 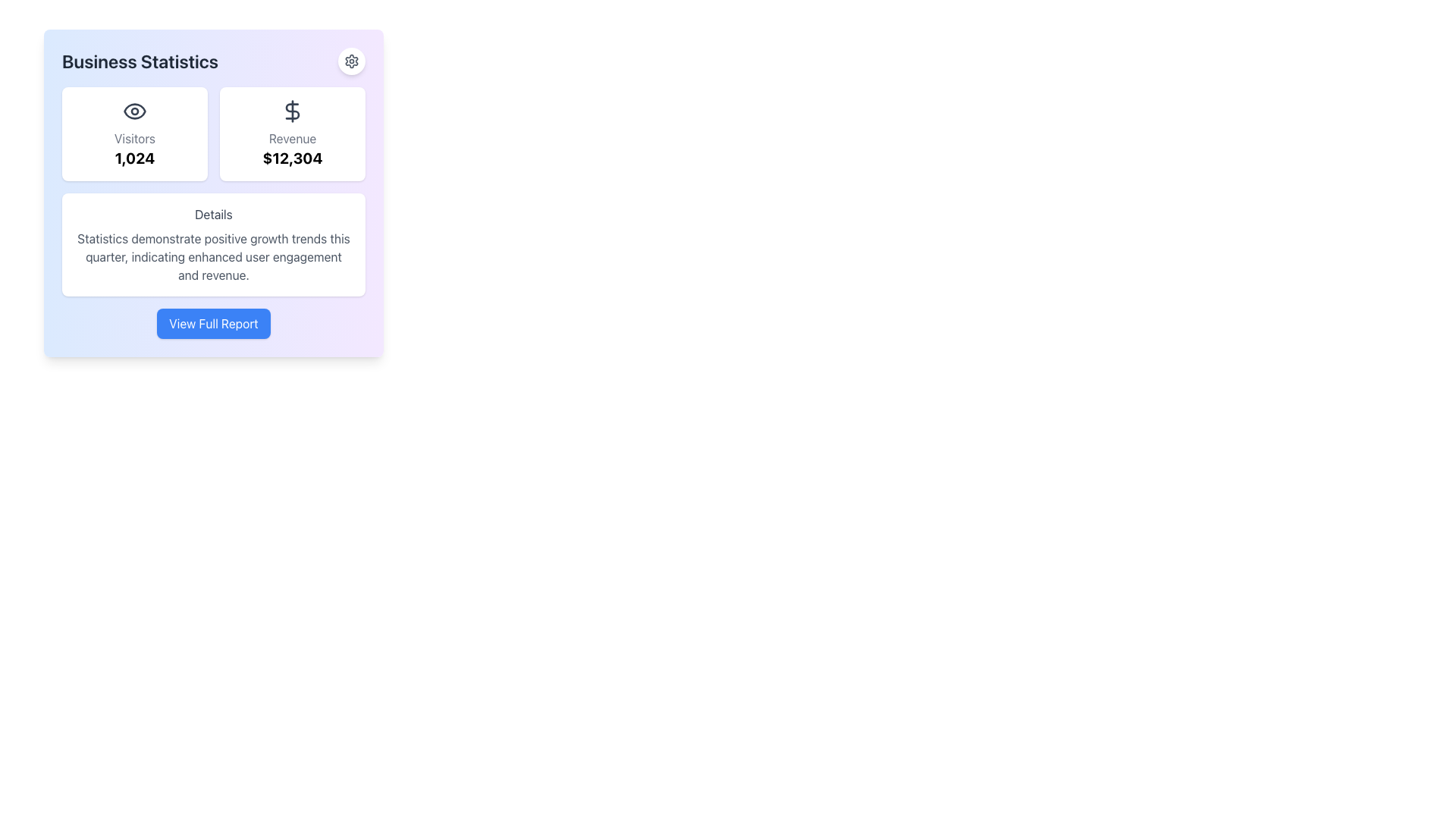 I want to click on the second static information display card in the 'Business Statistics' section that shows the revenue figure, positioned right of the 'Visitors' card, so click(x=292, y=133).